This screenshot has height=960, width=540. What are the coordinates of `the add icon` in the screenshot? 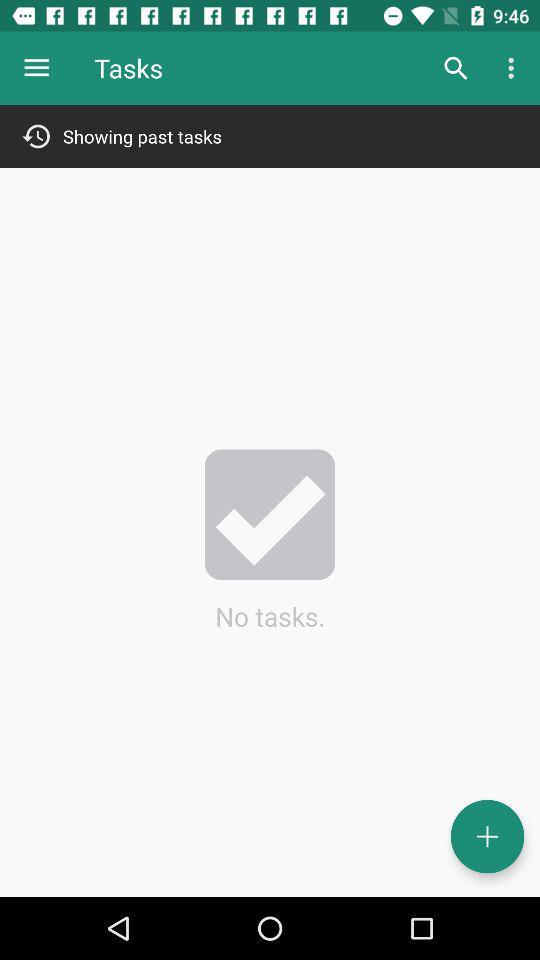 It's located at (486, 836).